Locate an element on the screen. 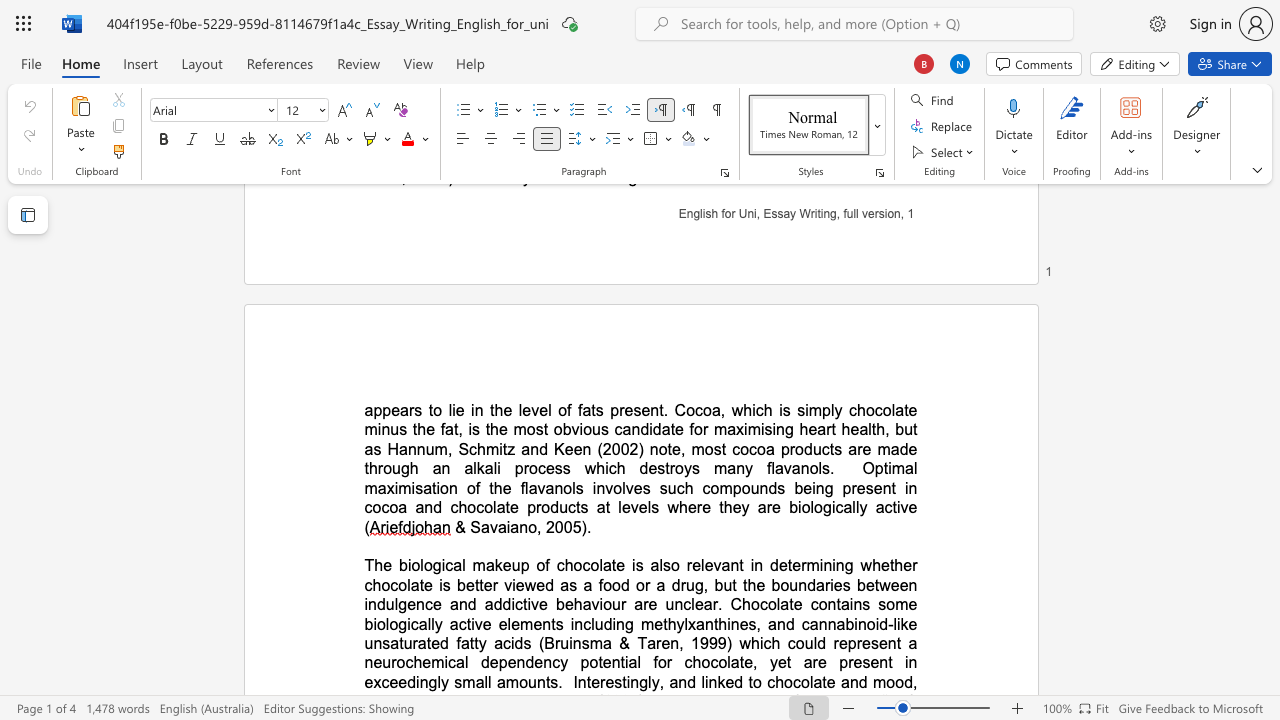 The image size is (1280, 720). the 3th character "l" in the text is located at coordinates (600, 565).